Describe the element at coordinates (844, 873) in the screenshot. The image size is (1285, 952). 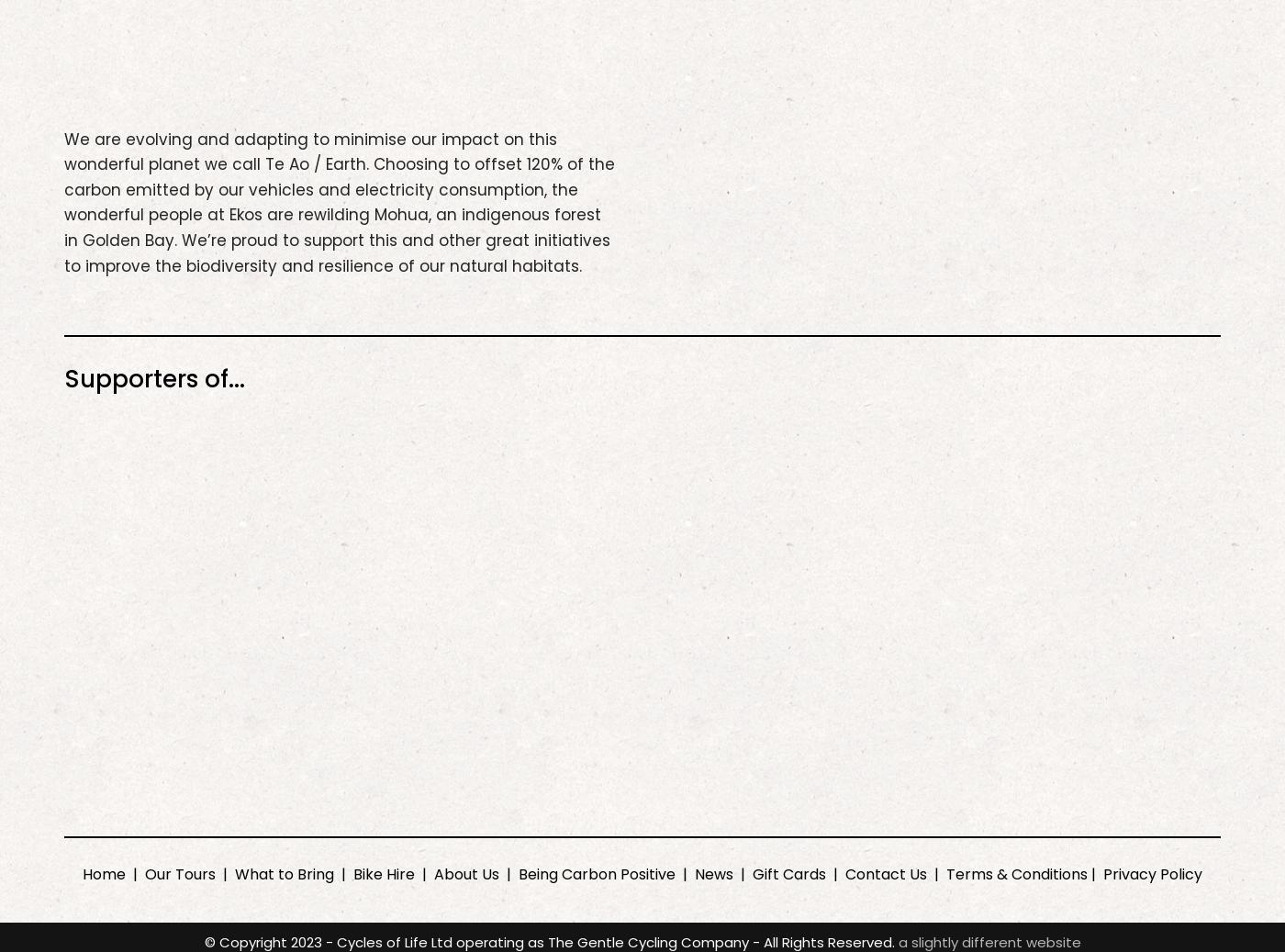
I see `'Contact Us'` at that location.